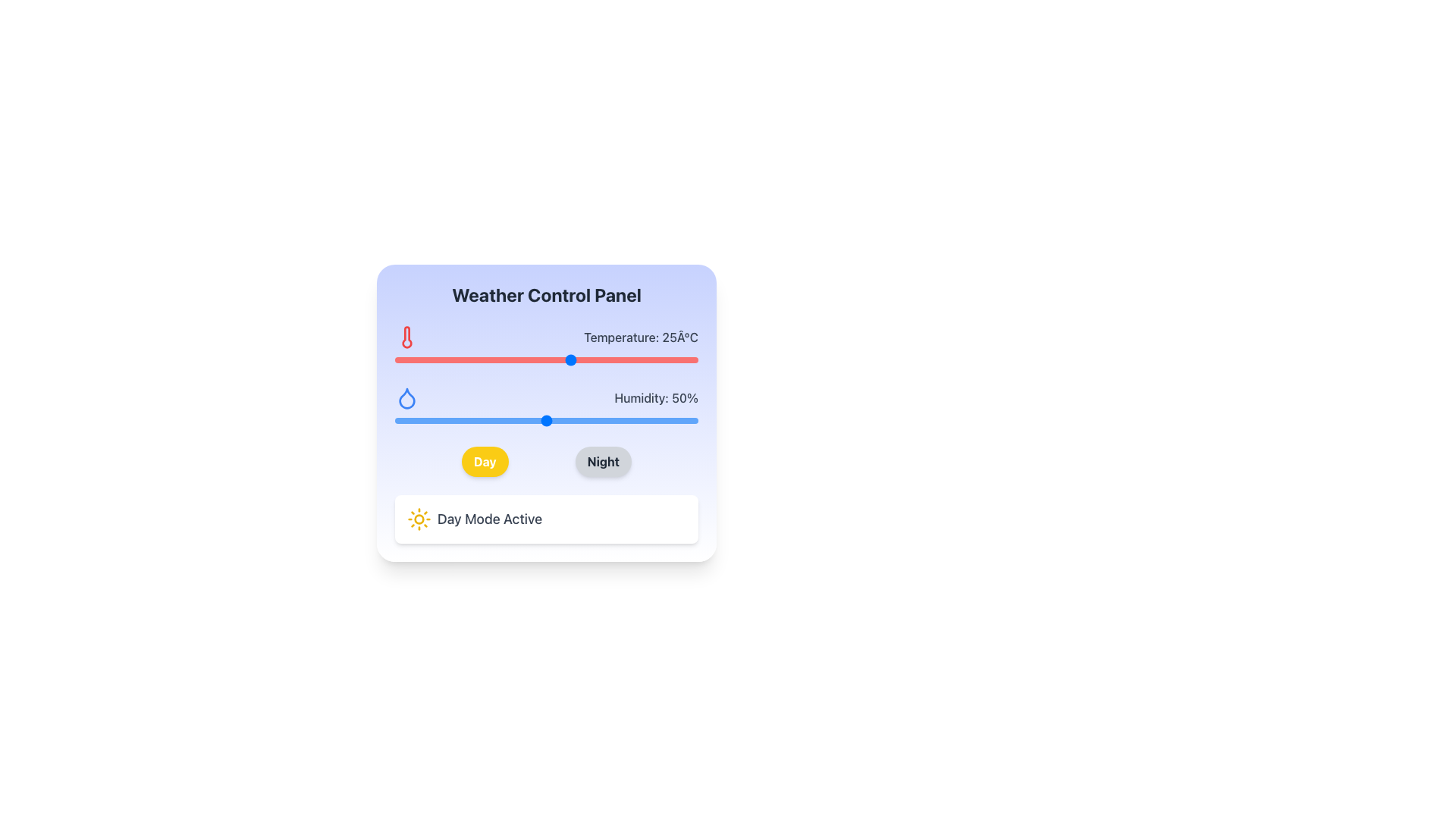  What do you see at coordinates (546, 421) in the screenshot?
I see `humidity level` at bounding box center [546, 421].